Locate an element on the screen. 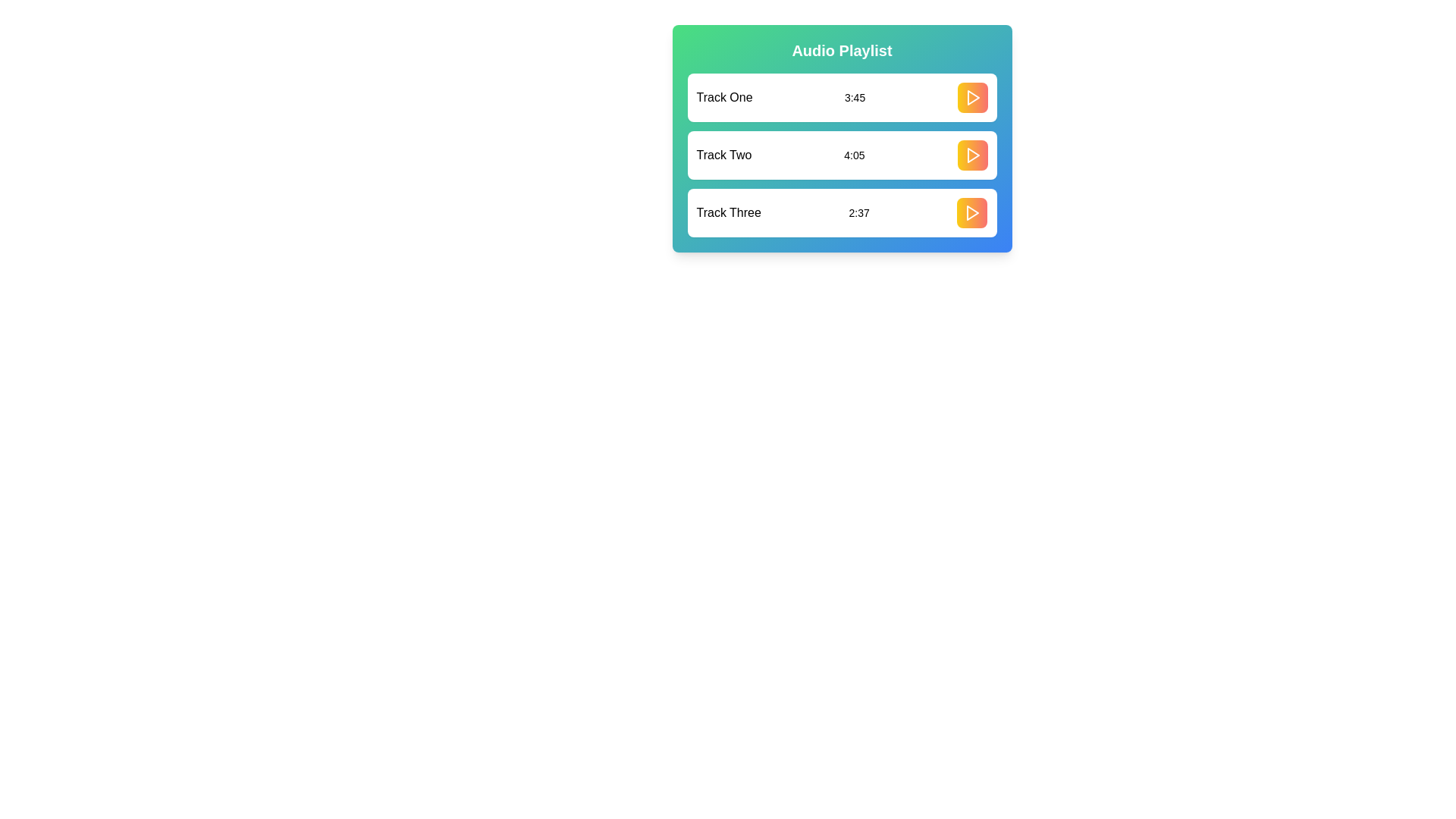  the triangular play button icon for 'Track Two' to initiate playback is located at coordinates (973, 155).